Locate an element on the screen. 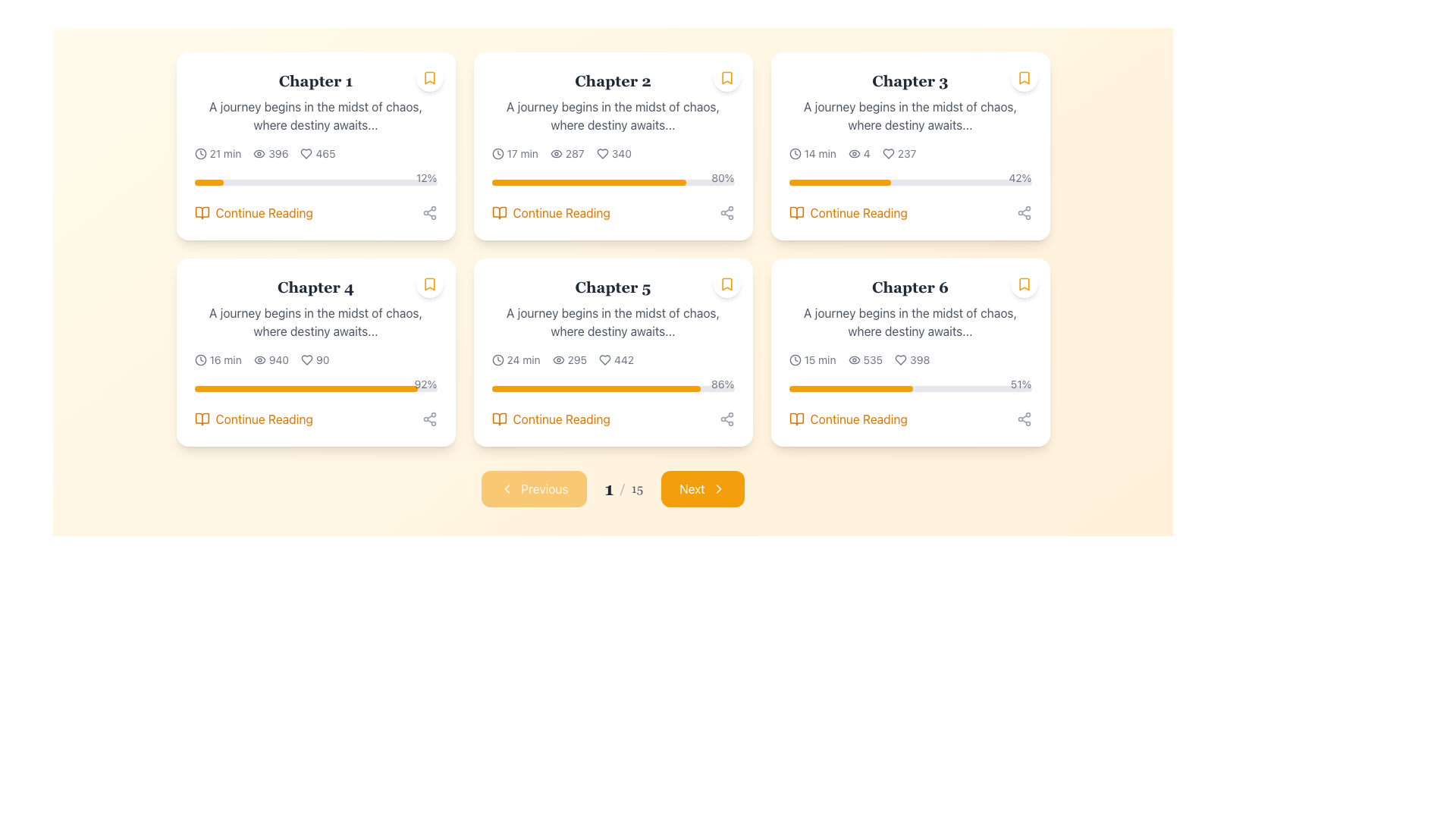 The image size is (1456, 819). the 'Continue Reading' text label in orange color located at the bottom of the first card in the grid layout is located at coordinates (264, 213).